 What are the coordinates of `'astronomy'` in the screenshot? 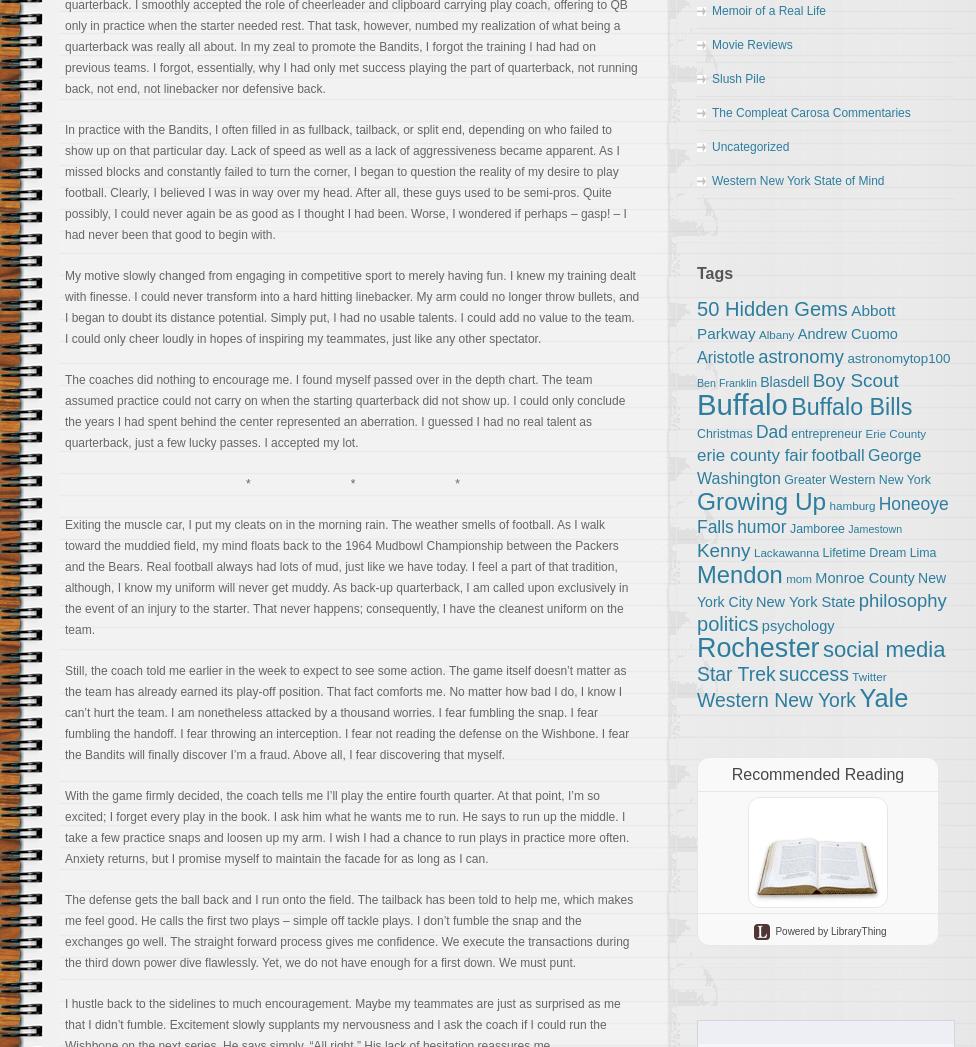 It's located at (801, 356).